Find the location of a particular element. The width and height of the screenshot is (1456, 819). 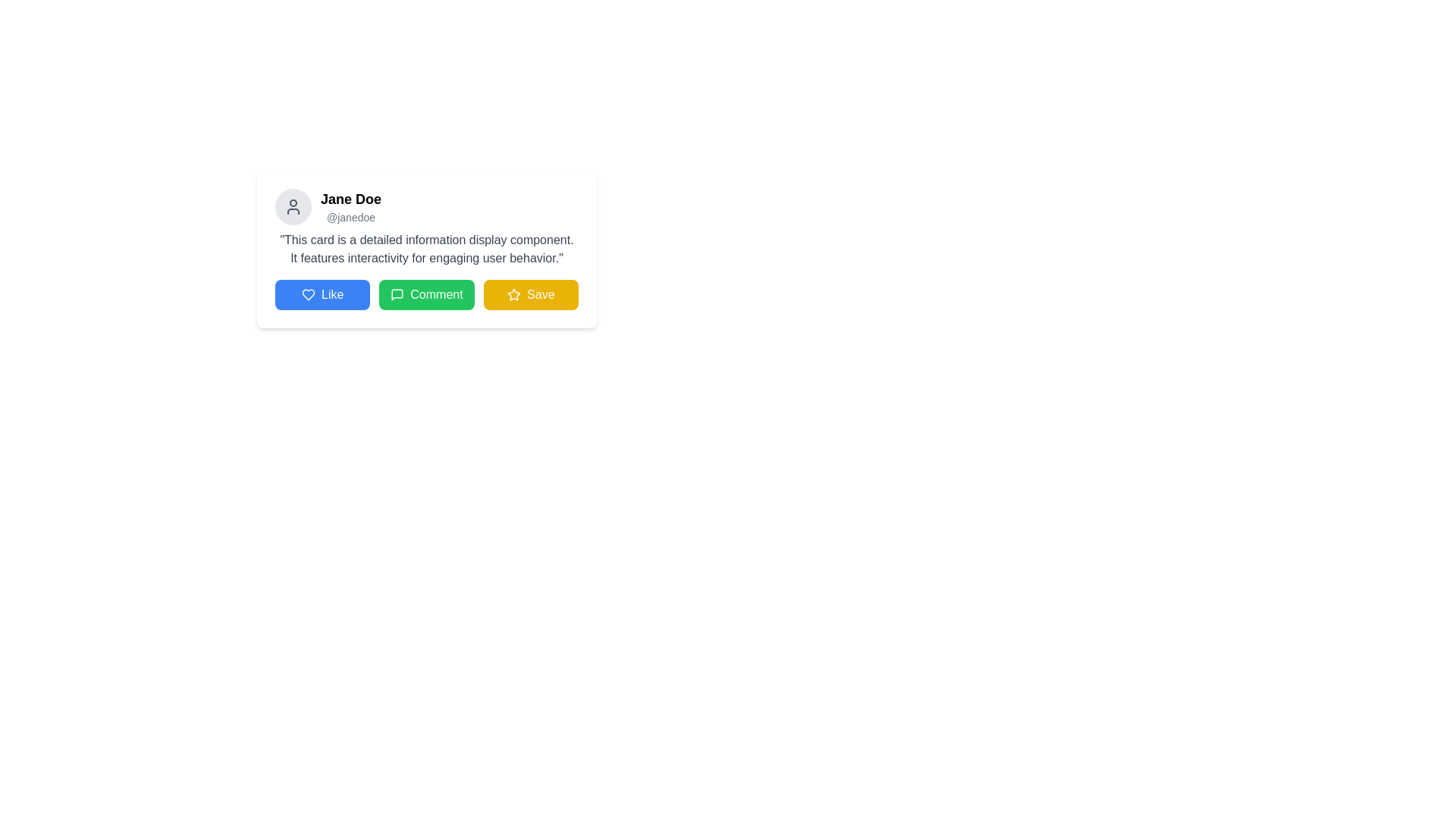

the text label displaying 'Jane Doe', which is prominently styled in large bold font and located at the upper-left section of the card layout is located at coordinates (350, 198).